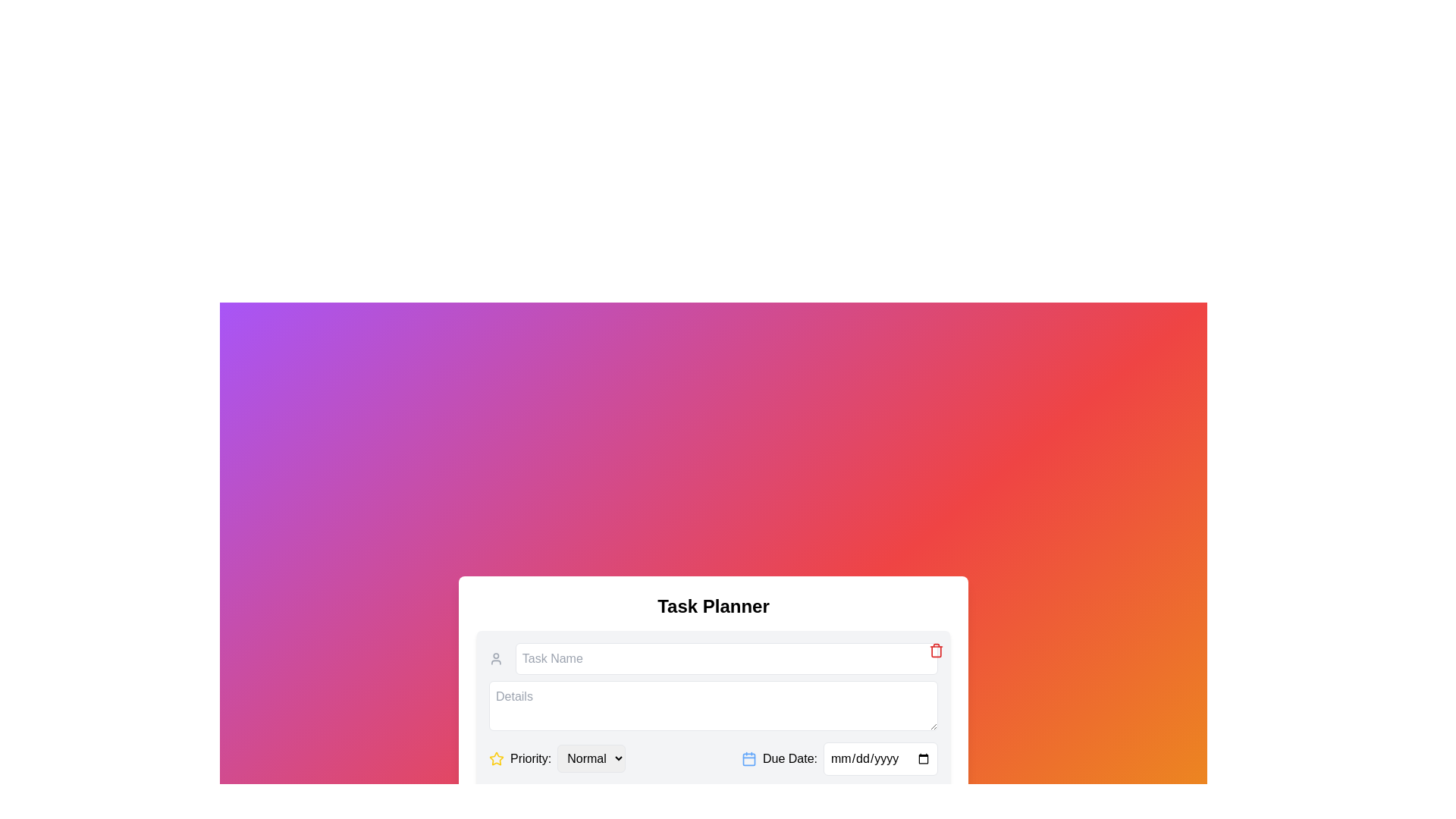 Image resolution: width=1456 pixels, height=819 pixels. Describe the element at coordinates (749, 758) in the screenshot. I see `the blue calendar icon located to the left of the 'Due Date:' text input field` at that location.